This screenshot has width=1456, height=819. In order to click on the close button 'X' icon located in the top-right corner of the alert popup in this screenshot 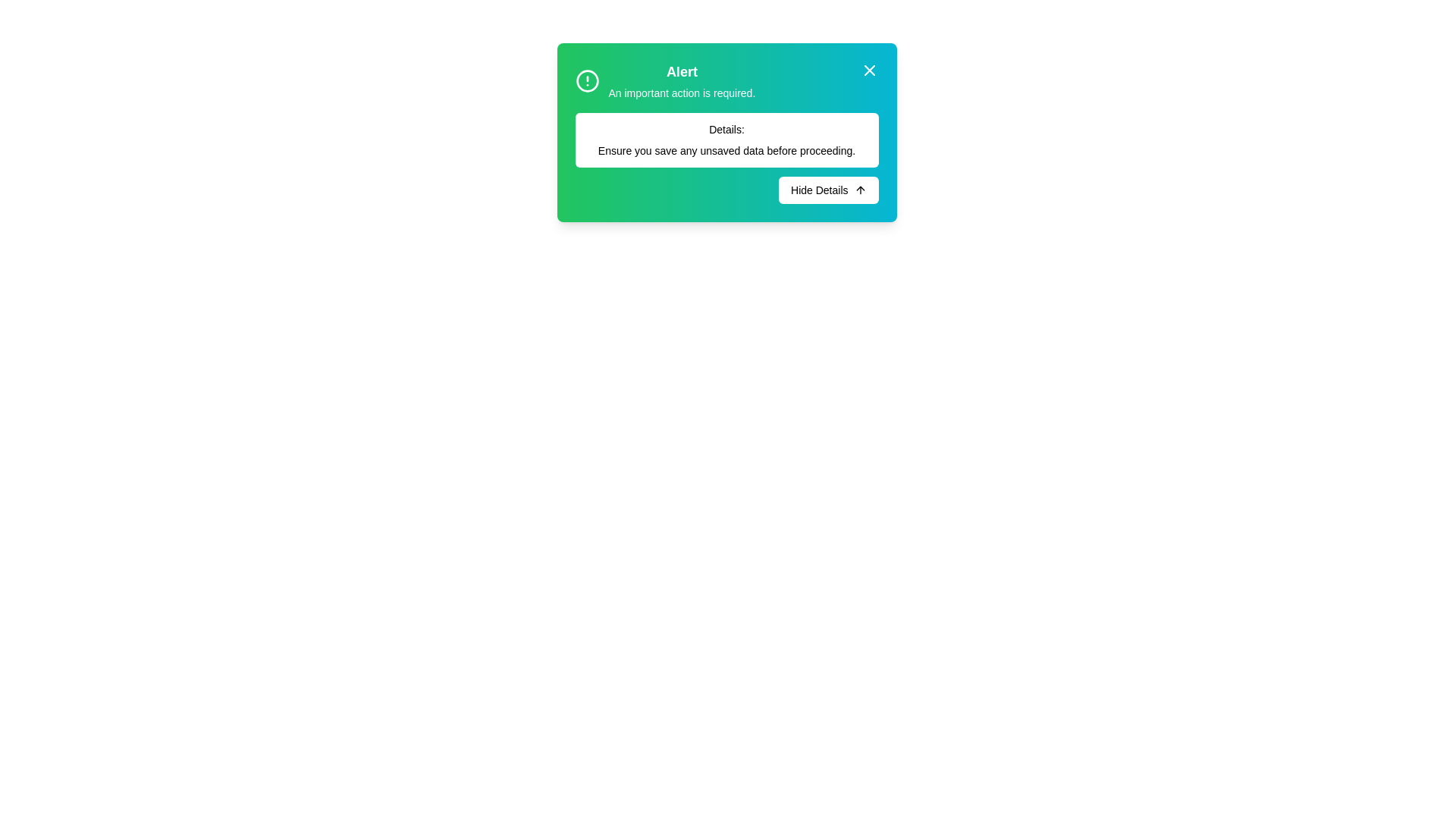, I will do `click(869, 70)`.